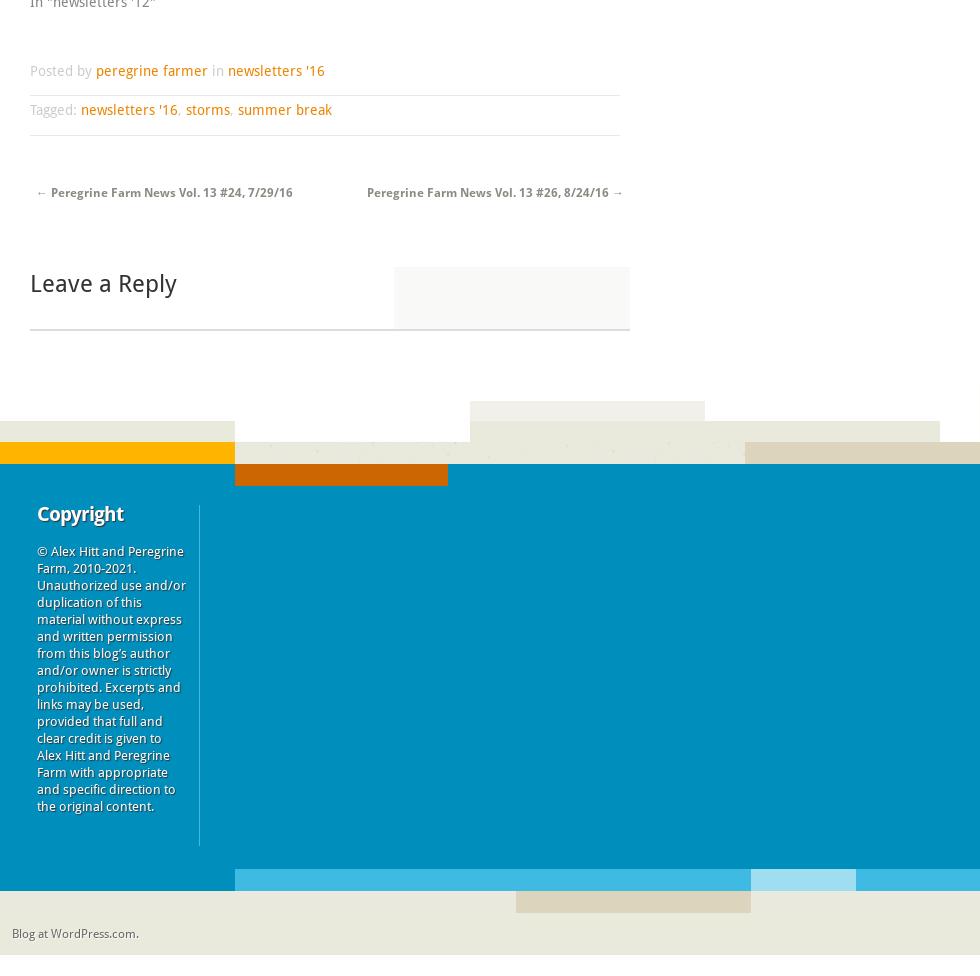  Describe the element at coordinates (151, 69) in the screenshot. I see `'peregrine farmer'` at that location.